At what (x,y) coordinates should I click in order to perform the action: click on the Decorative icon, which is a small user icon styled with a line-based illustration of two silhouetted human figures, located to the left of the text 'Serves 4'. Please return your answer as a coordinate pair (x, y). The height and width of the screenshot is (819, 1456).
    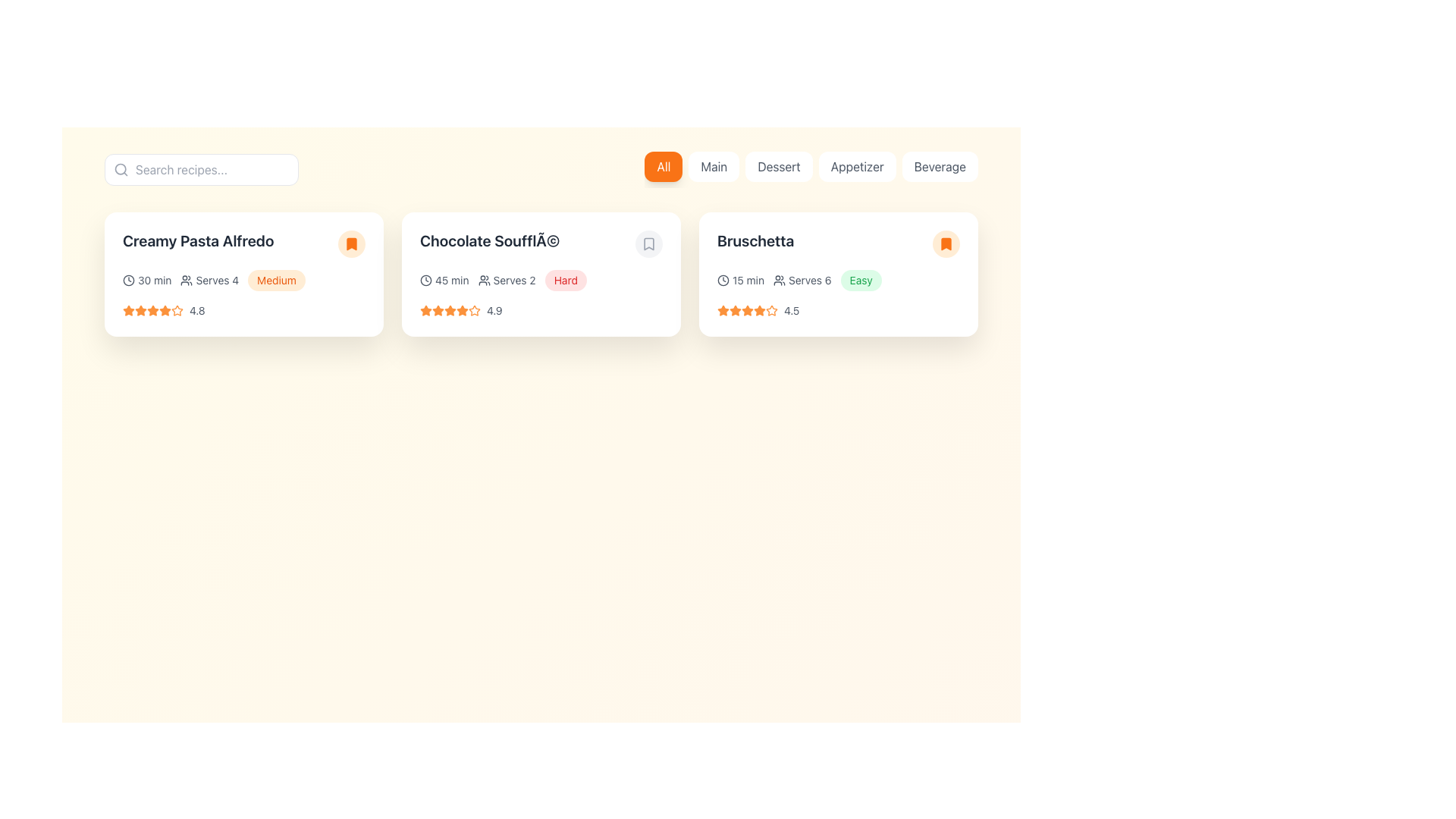
    Looking at the image, I should click on (186, 281).